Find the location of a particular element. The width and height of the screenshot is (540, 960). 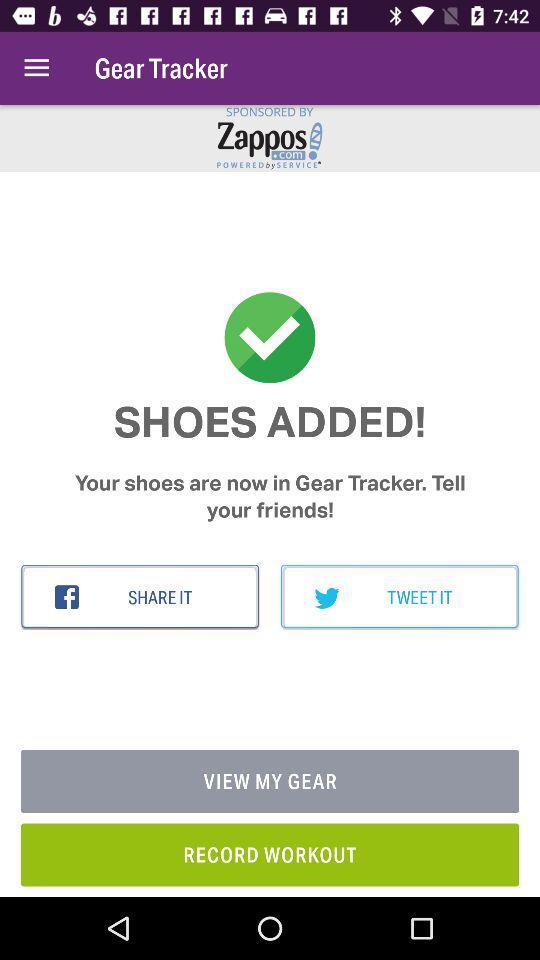

the share it on the left is located at coordinates (139, 597).